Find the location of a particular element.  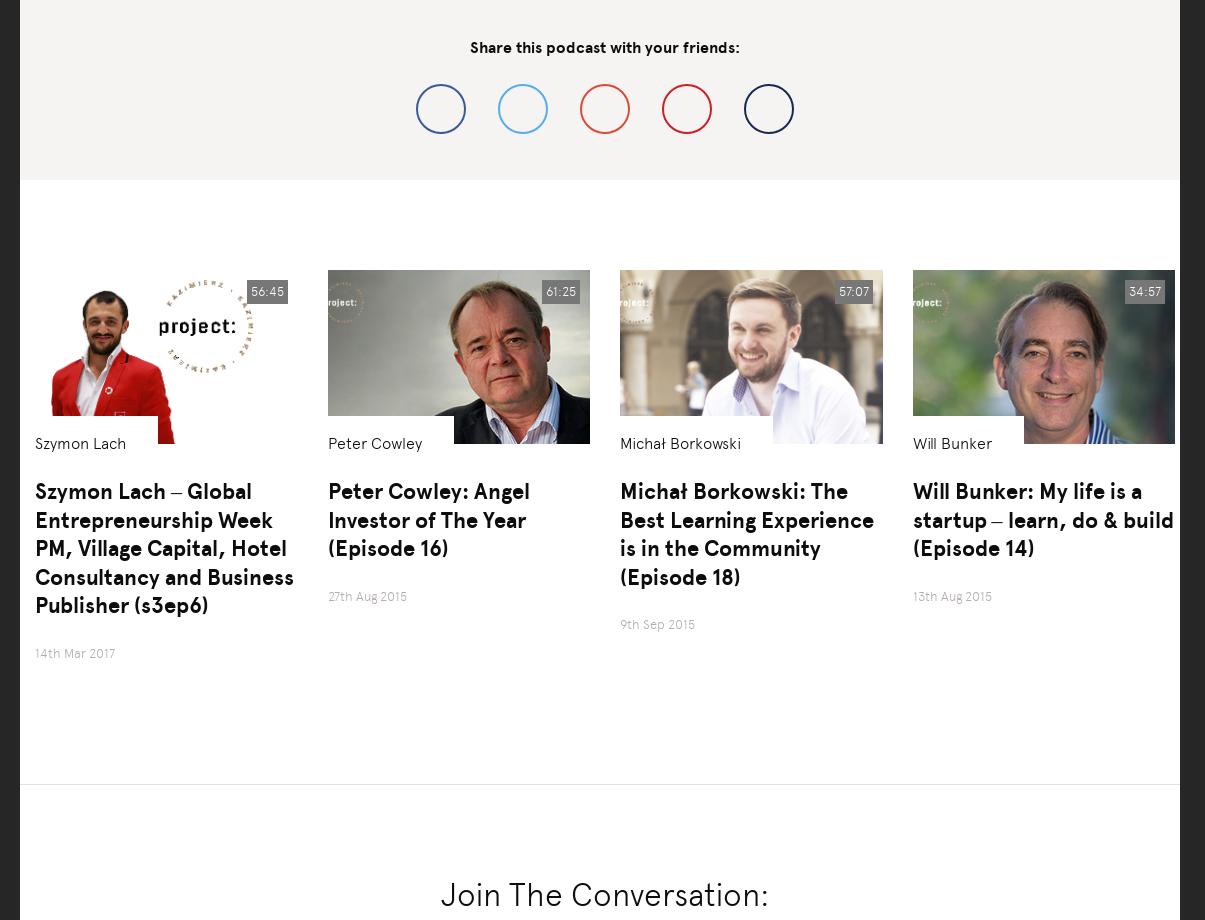

'Peter Cowley: Angel Investor of The Year (Episode 16)' is located at coordinates (326, 519).